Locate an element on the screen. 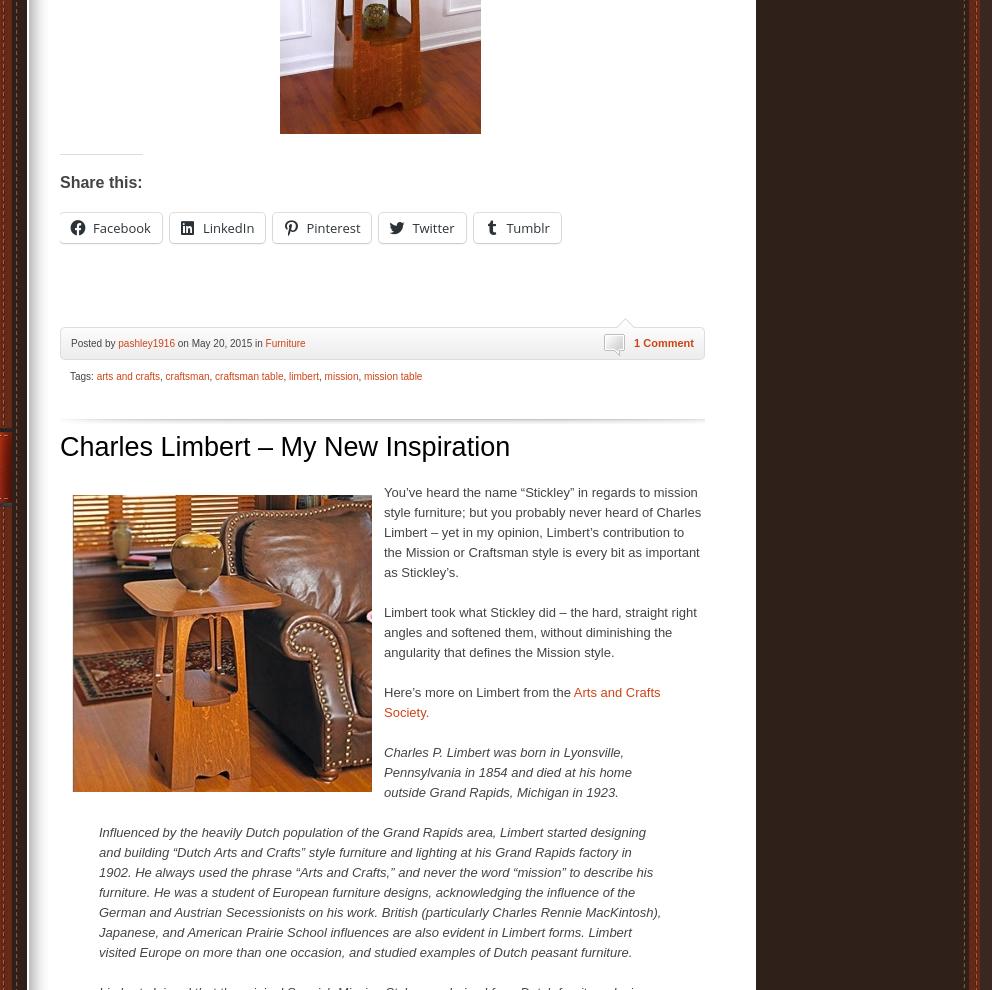 This screenshot has height=990, width=992. 'on May 20, 2015 in' is located at coordinates (219, 342).